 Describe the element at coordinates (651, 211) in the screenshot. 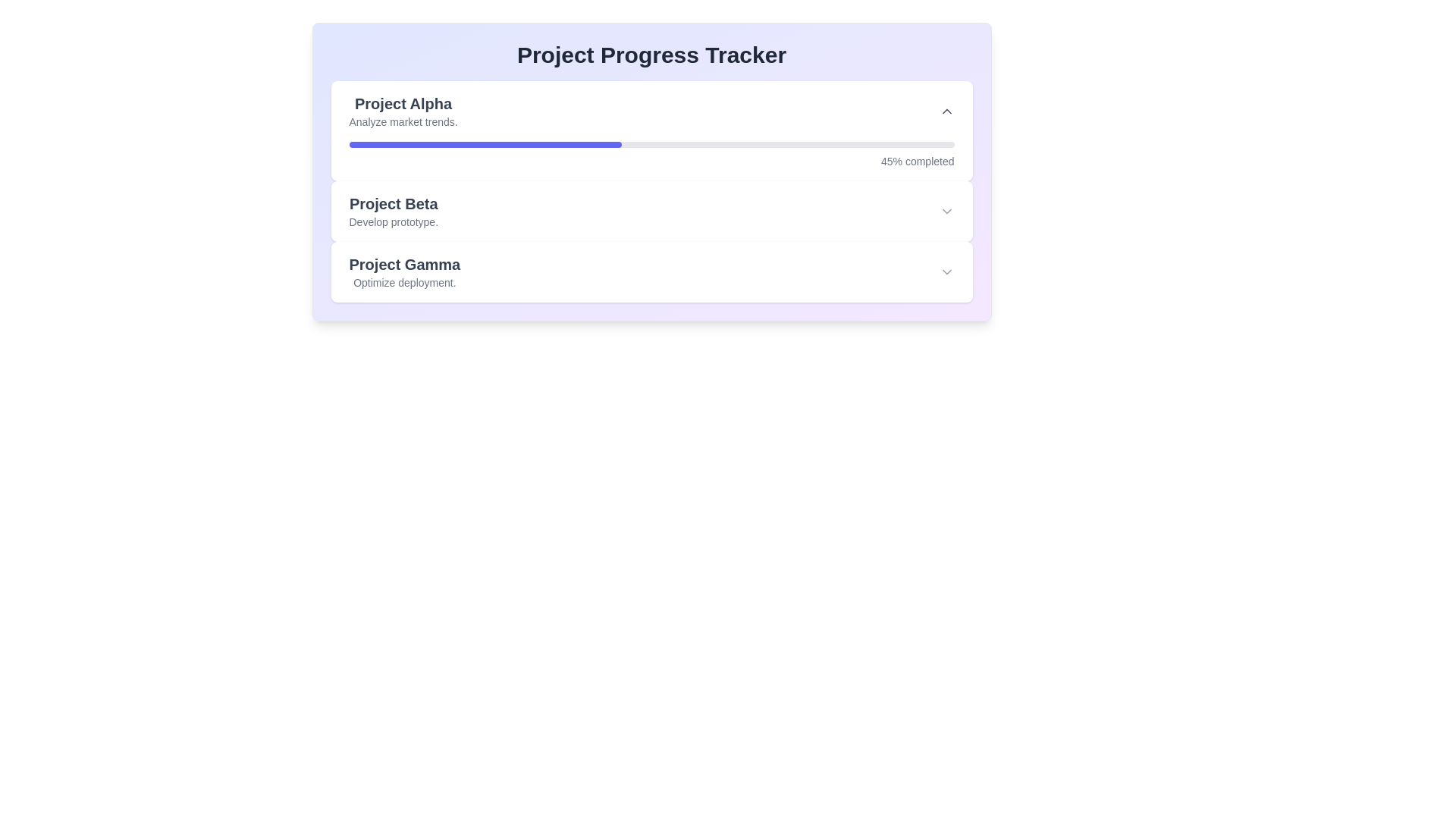

I see `the 'Project Beta' task item in the project tracker interface to expand additional details or perform related actions` at that location.